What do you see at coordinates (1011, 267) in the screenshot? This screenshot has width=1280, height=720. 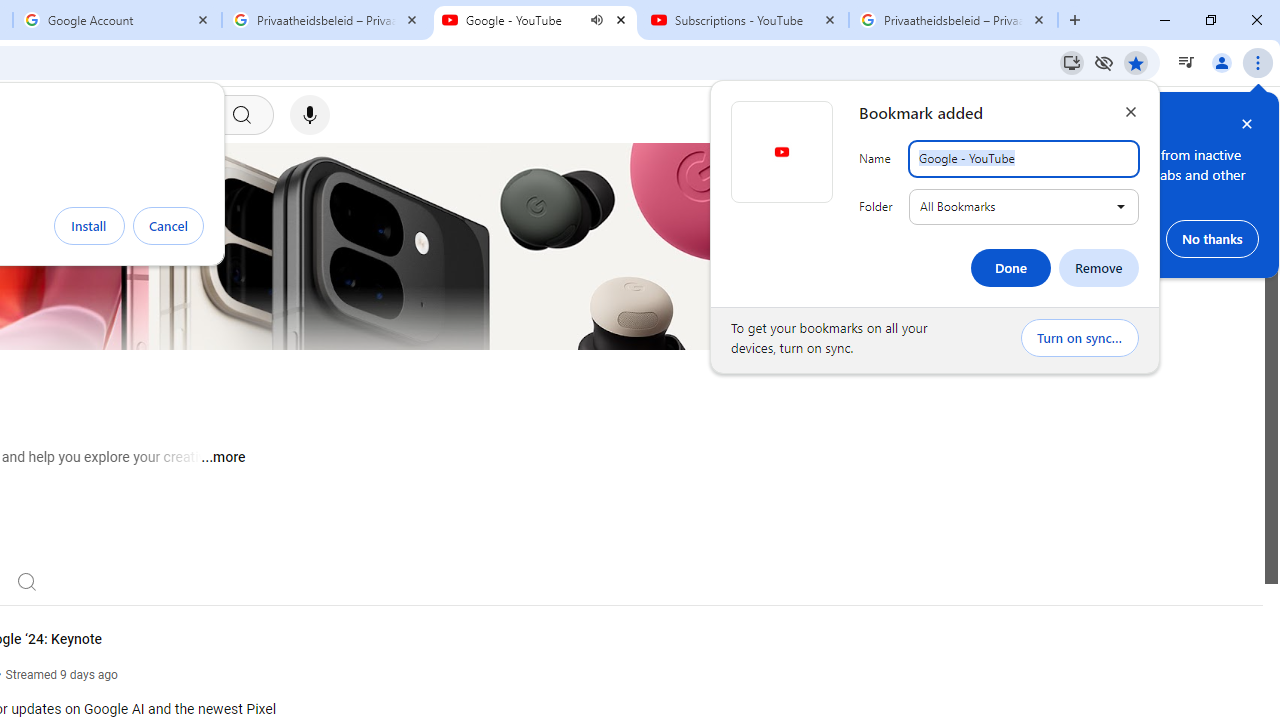 I see `'Done'` at bounding box center [1011, 267].